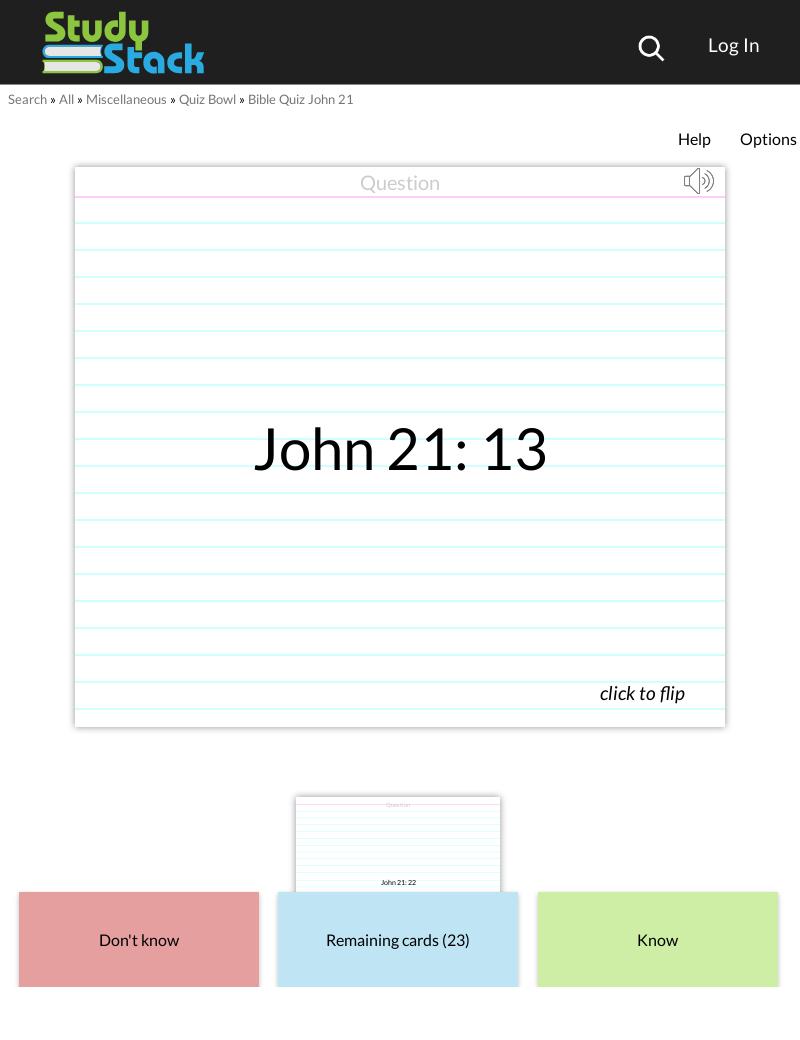  Describe the element at coordinates (641, 692) in the screenshot. I see `'click to flip'` at that location.